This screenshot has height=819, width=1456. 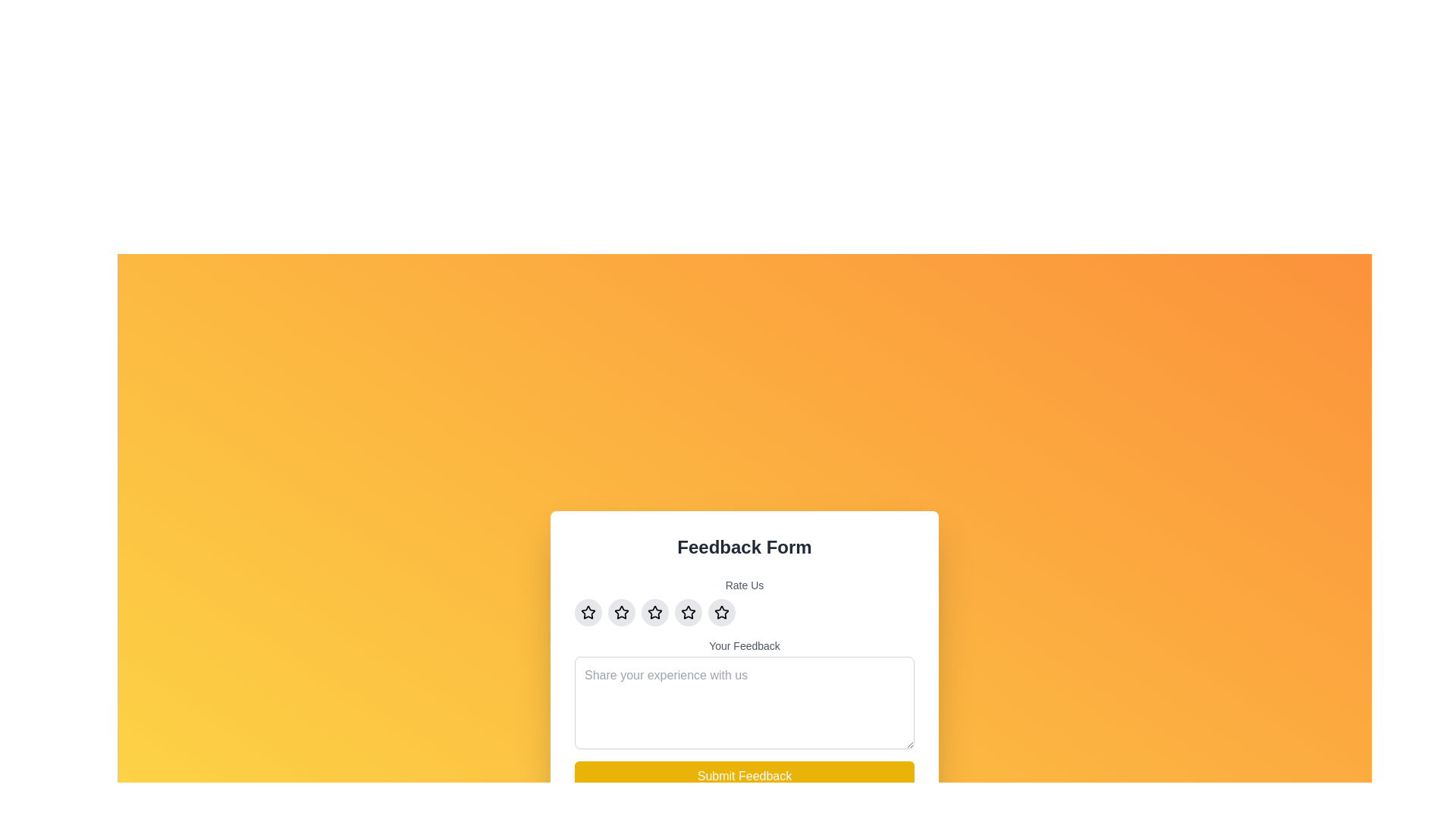 I want to click on the first rating star icon located above the 'Your Feedback' text area, so click(x=588, y=611).